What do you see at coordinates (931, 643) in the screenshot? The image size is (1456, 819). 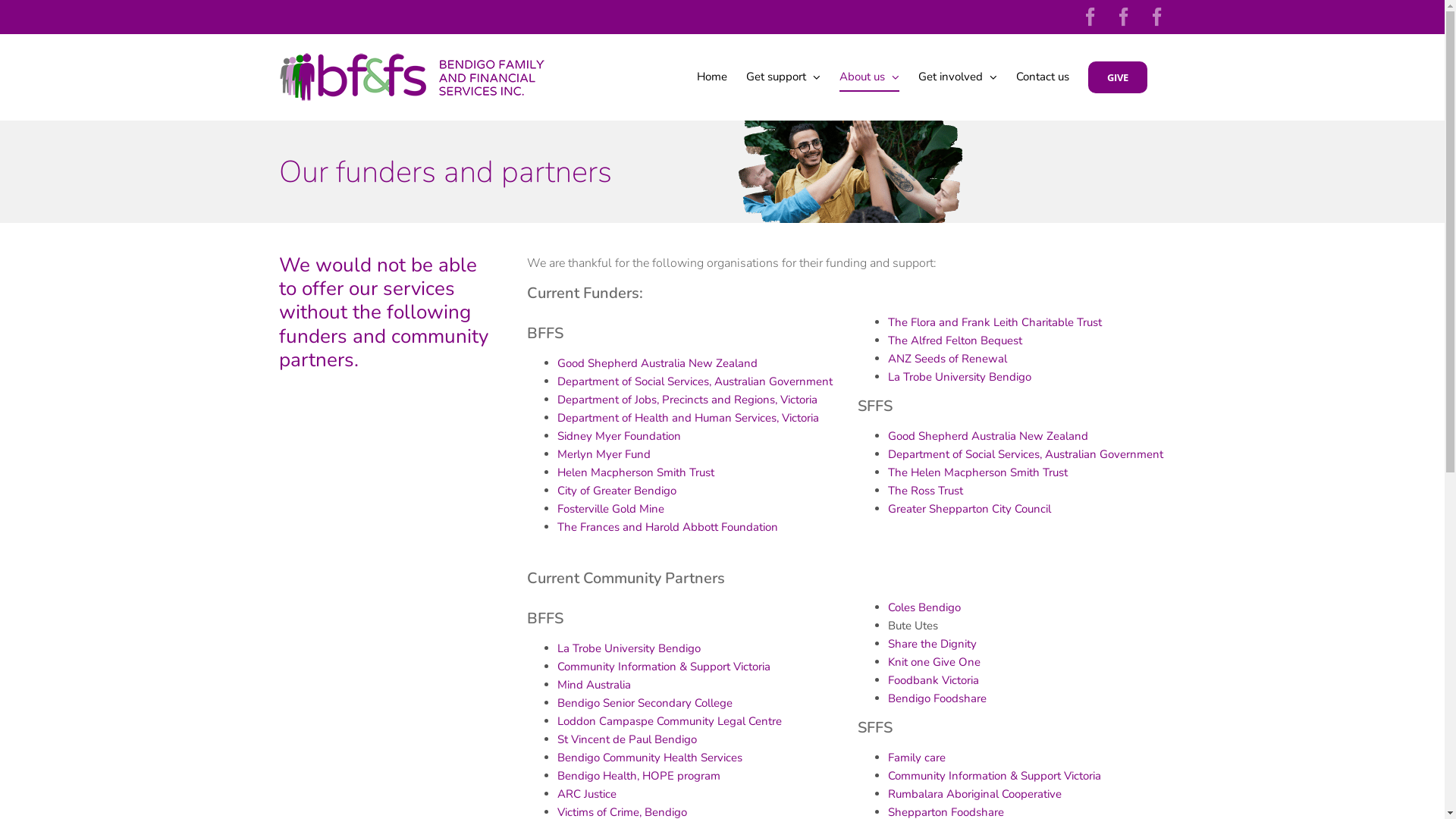 I see `'Share the Dignity'` at bounding box center [931, 643].